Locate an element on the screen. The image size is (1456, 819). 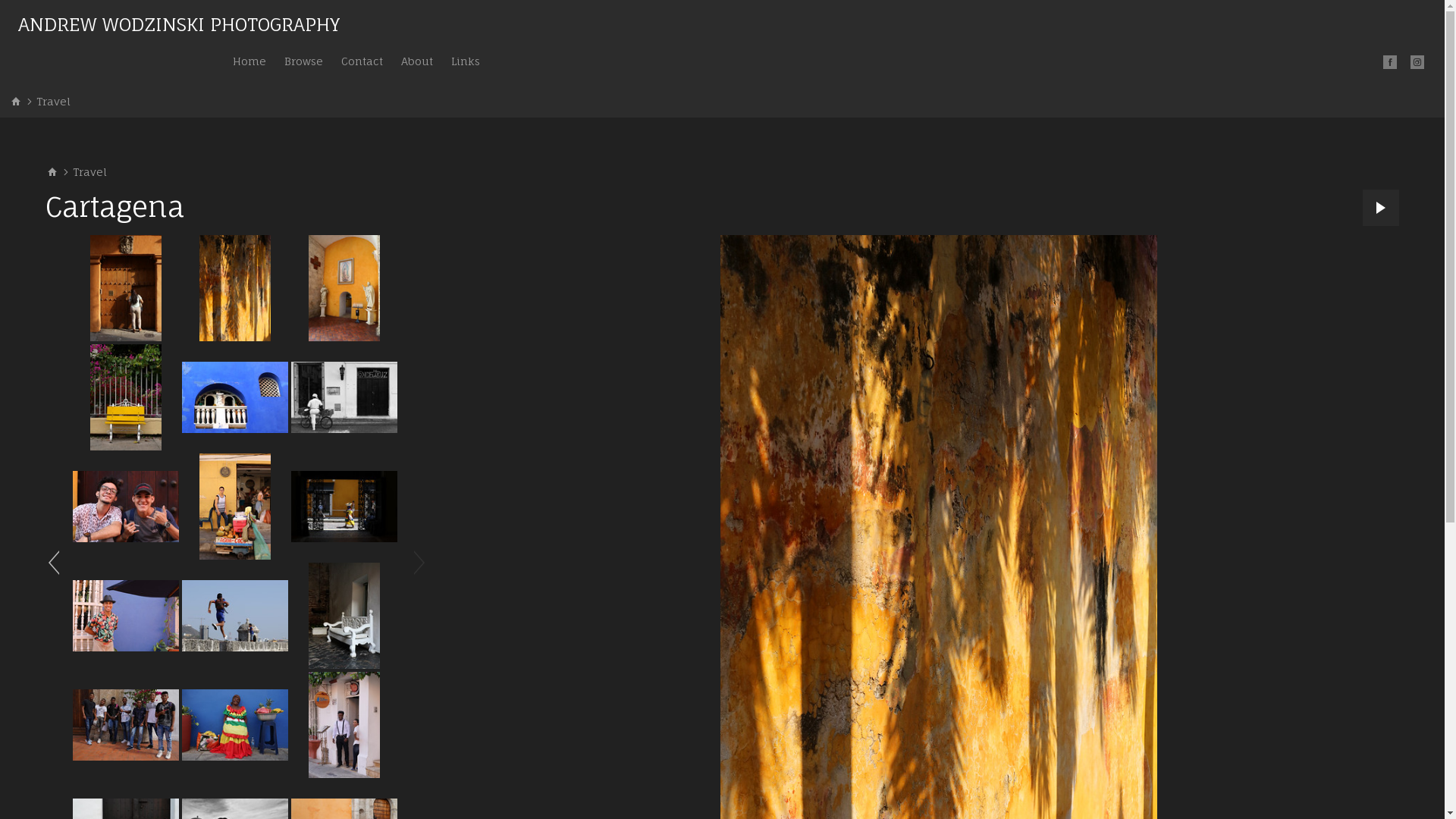
'About' is located at coordinates (417, 60).